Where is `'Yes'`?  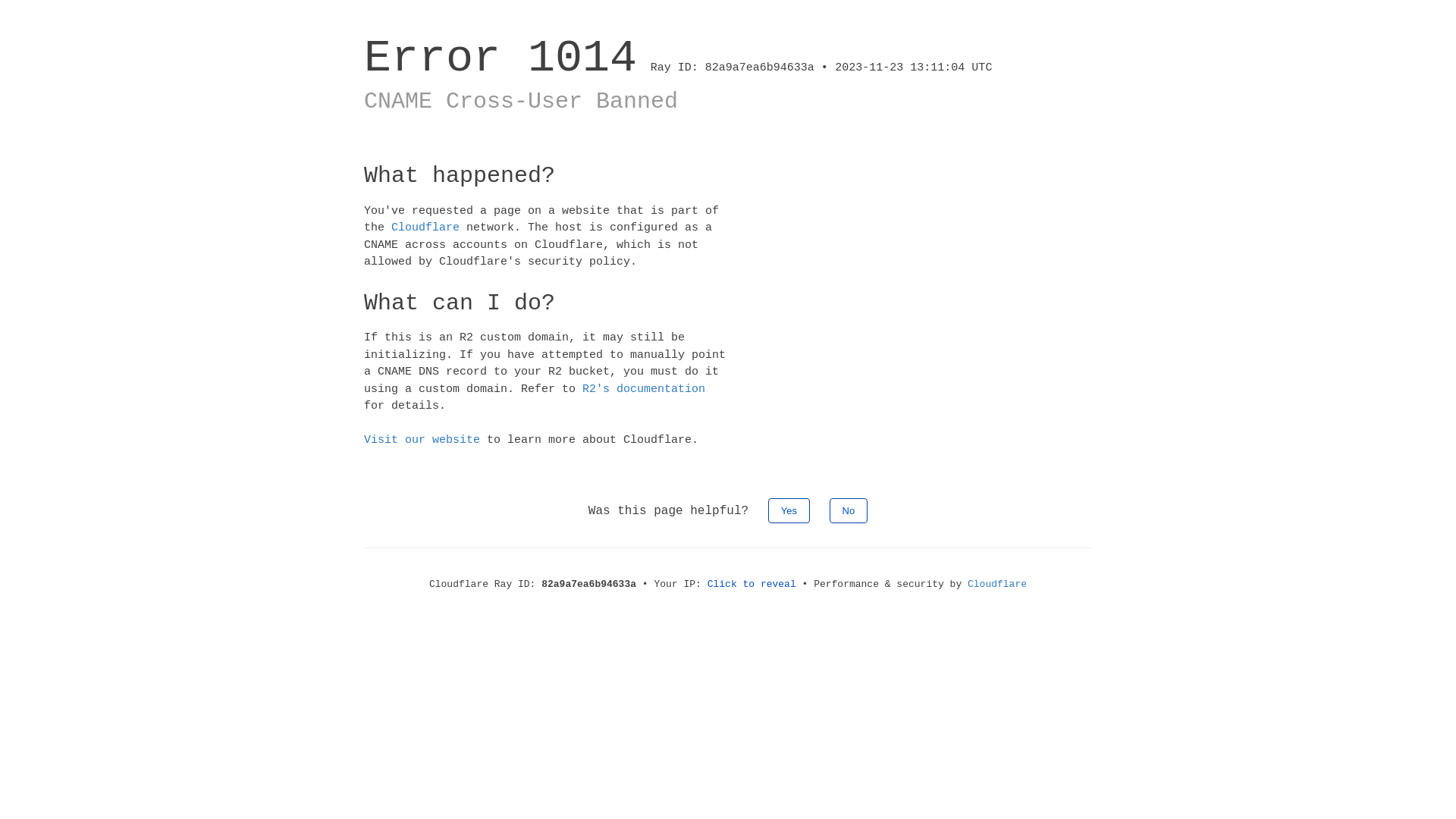
'Yes' is located at coordinates (789, 510).